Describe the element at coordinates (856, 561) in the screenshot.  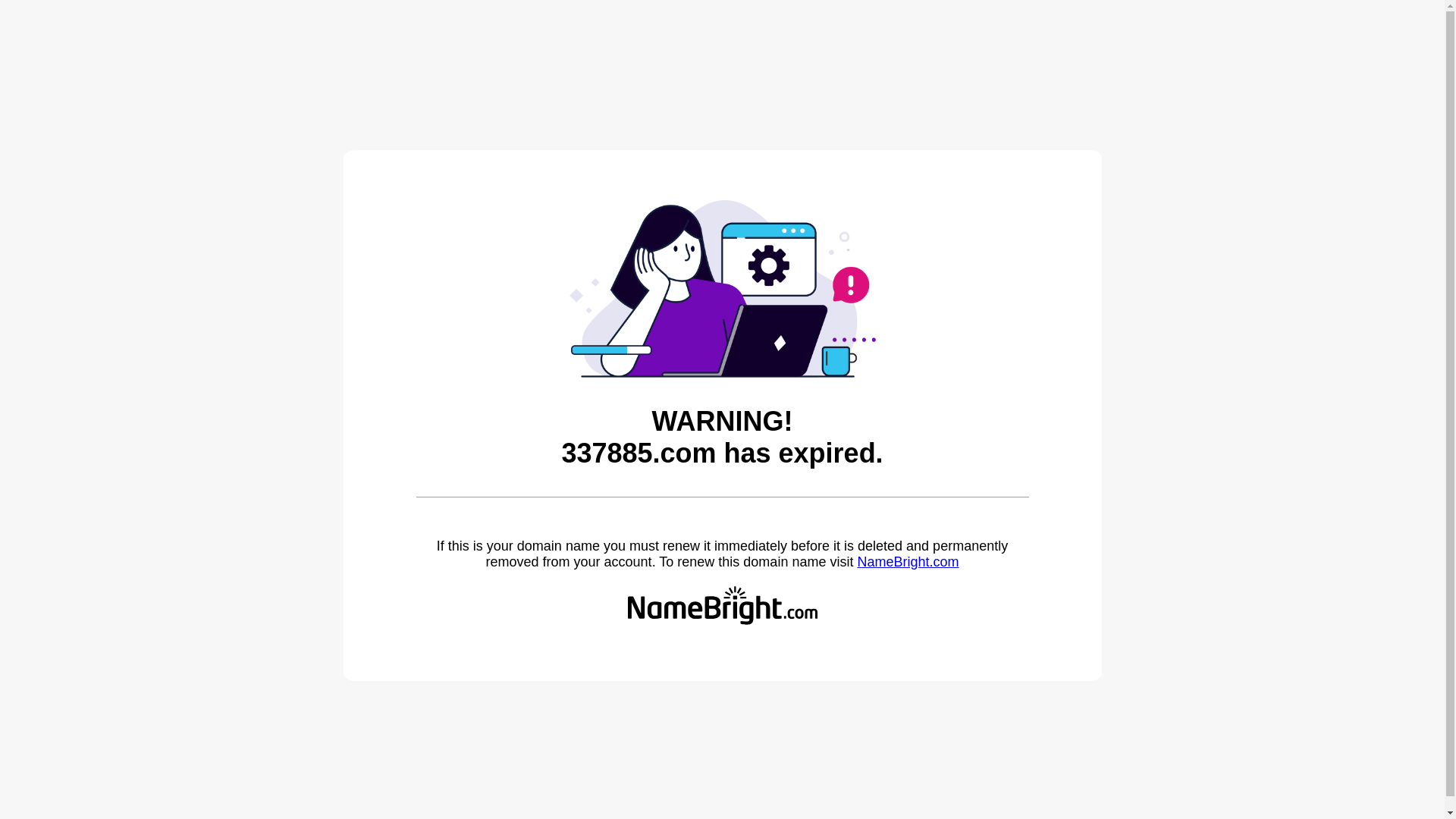
I see `'NameBright.com'` at that location.